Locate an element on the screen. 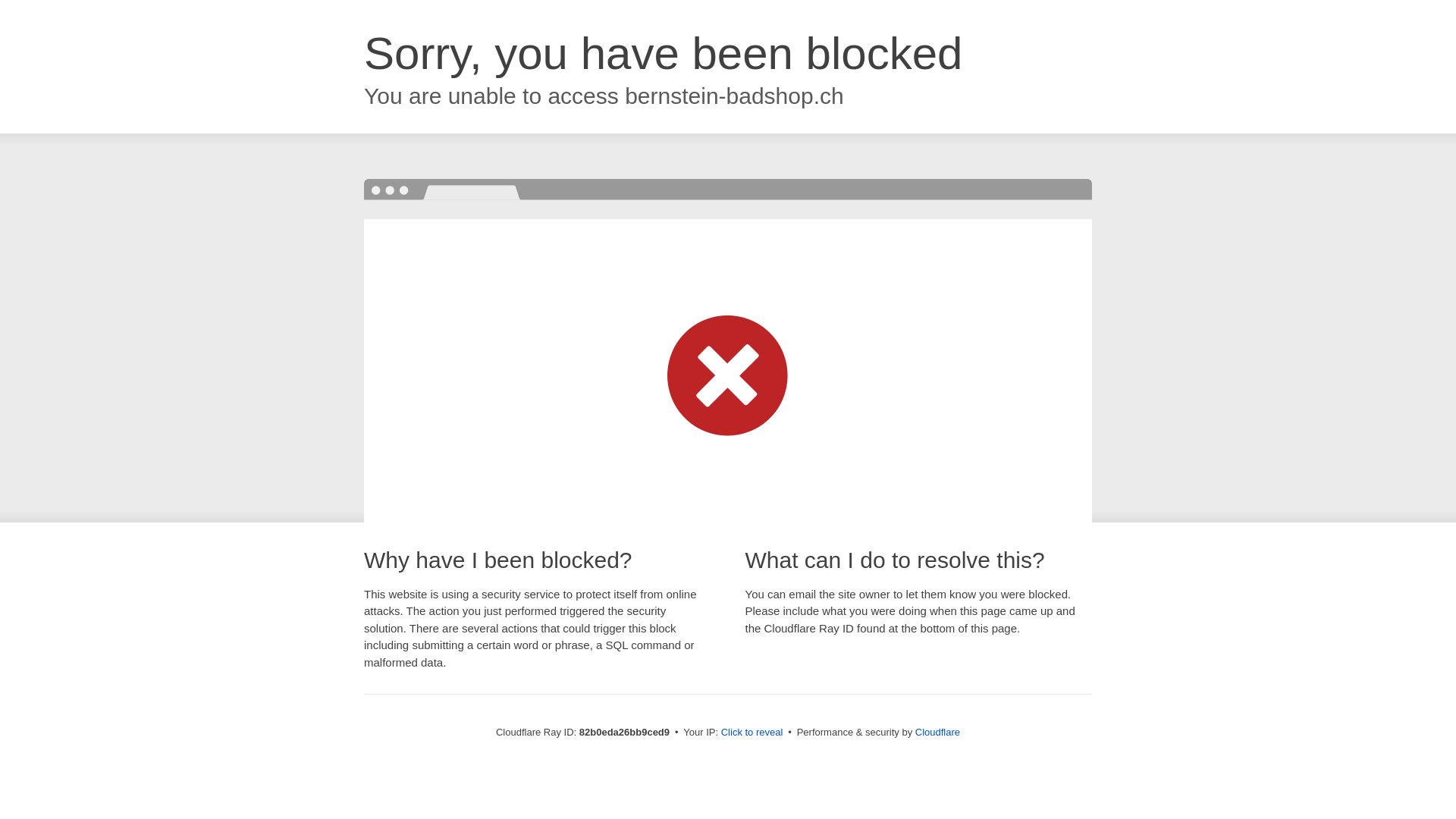  'Click to reveal' is located at coordinates (752, 731).